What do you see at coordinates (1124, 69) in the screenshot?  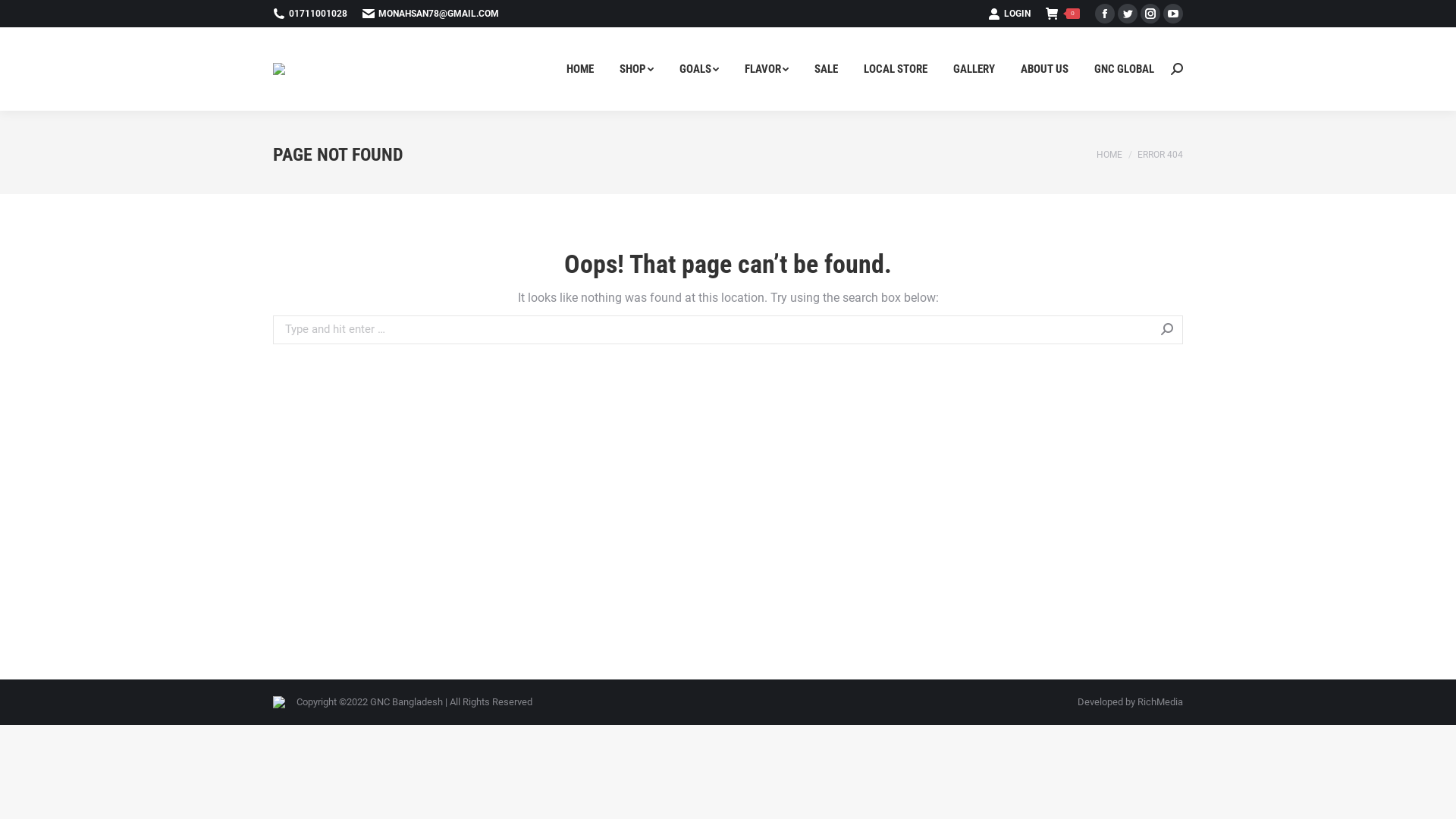 I see `'GNC GLOBAL'` at bounding box center [1124, 69].